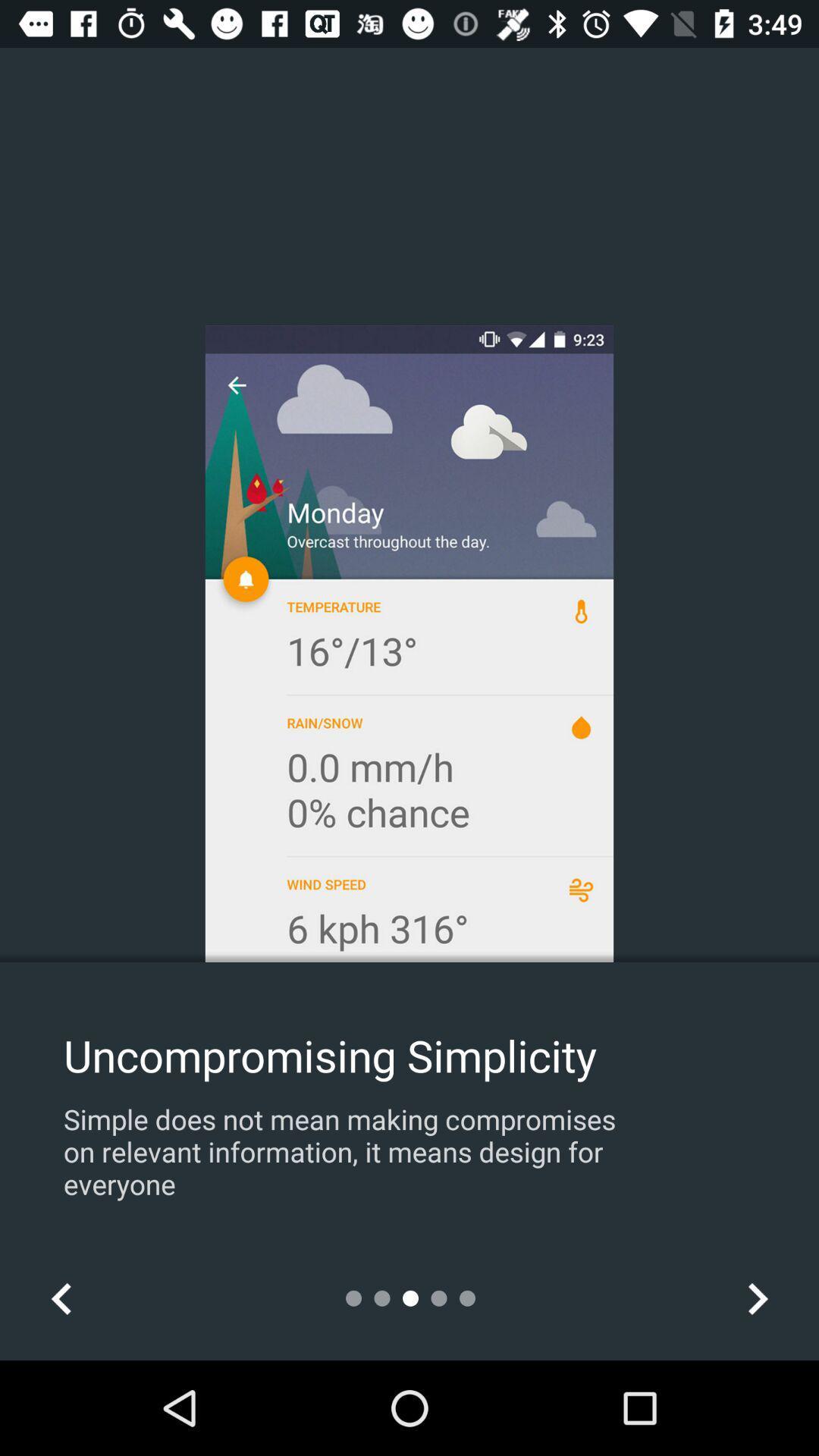 The height and width of the screenshot is (1456, 819). What do you see at coordinates (61, 1298) in the screenshot?
I see `item below the simple does not item` at bounding box center [61, 1298].